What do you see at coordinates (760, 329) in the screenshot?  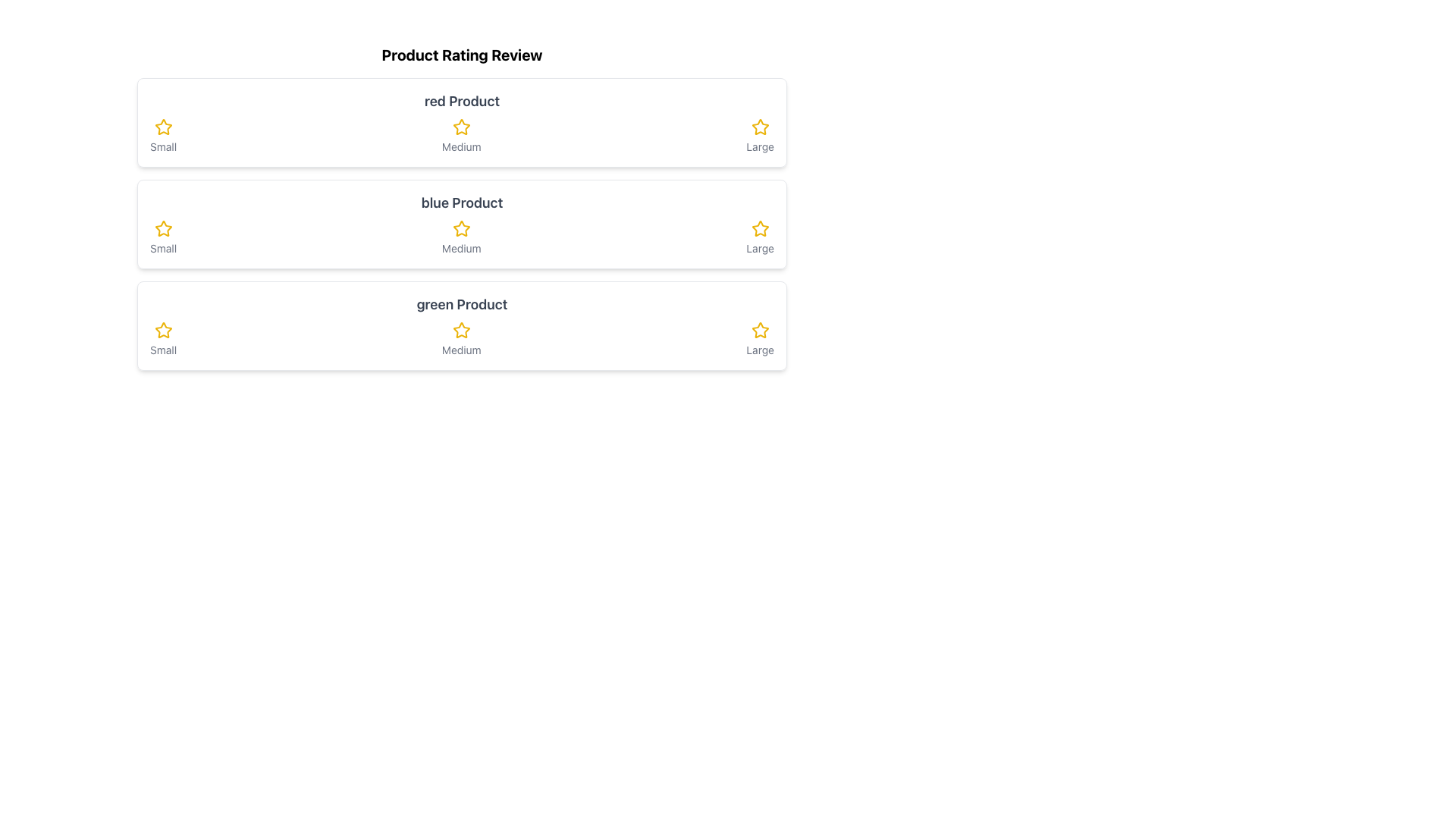 I see `the yellow star icon with a hollow center located in the 'green Product' section, adjacent to the label 'Large'` at bounding box center [760, 329].